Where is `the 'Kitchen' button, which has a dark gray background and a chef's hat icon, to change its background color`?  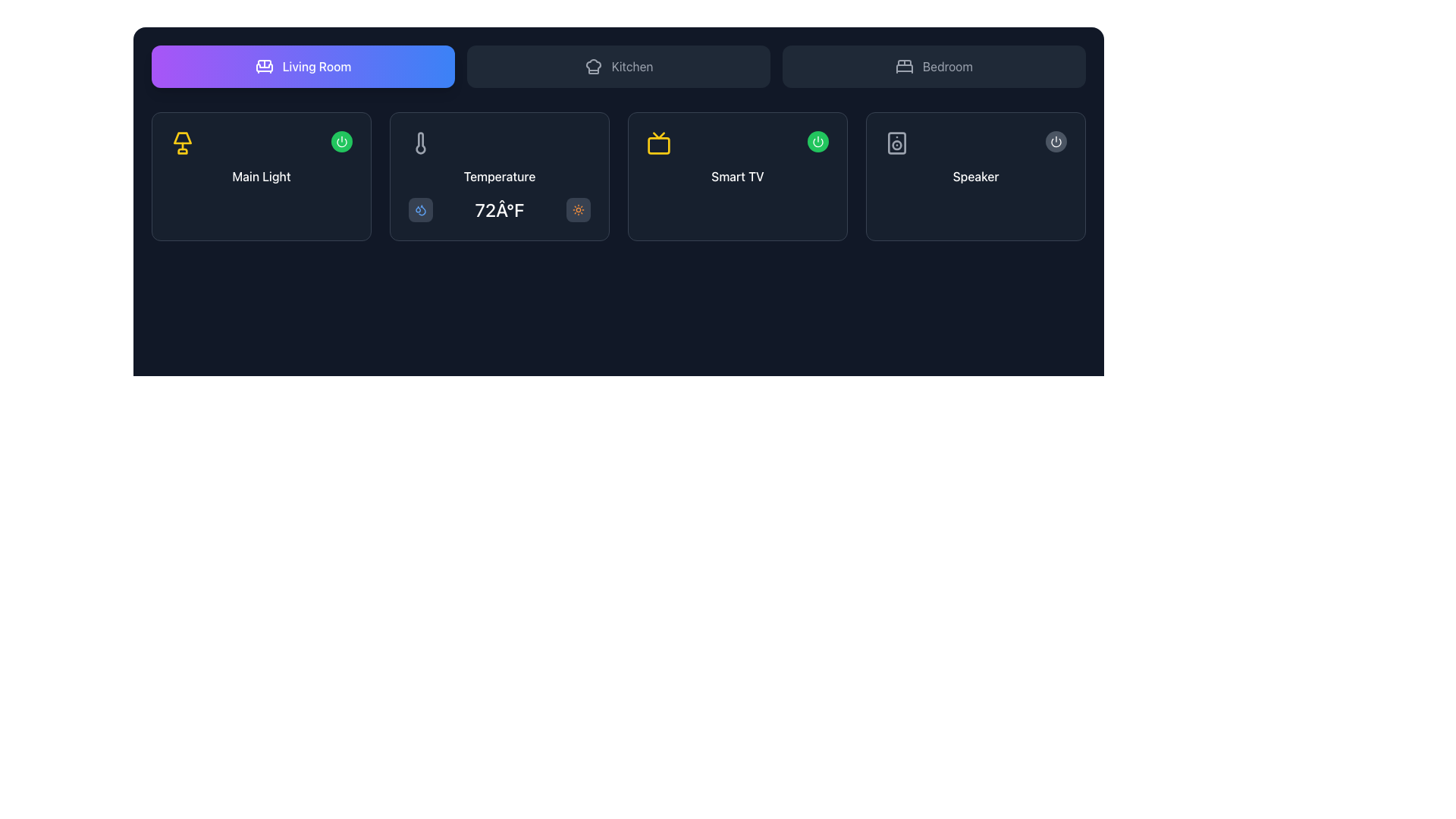
the 'Kitchen' button, which has a dark gray background and a chef's hat icon, to change its background color is located at coordinates (619, 66).